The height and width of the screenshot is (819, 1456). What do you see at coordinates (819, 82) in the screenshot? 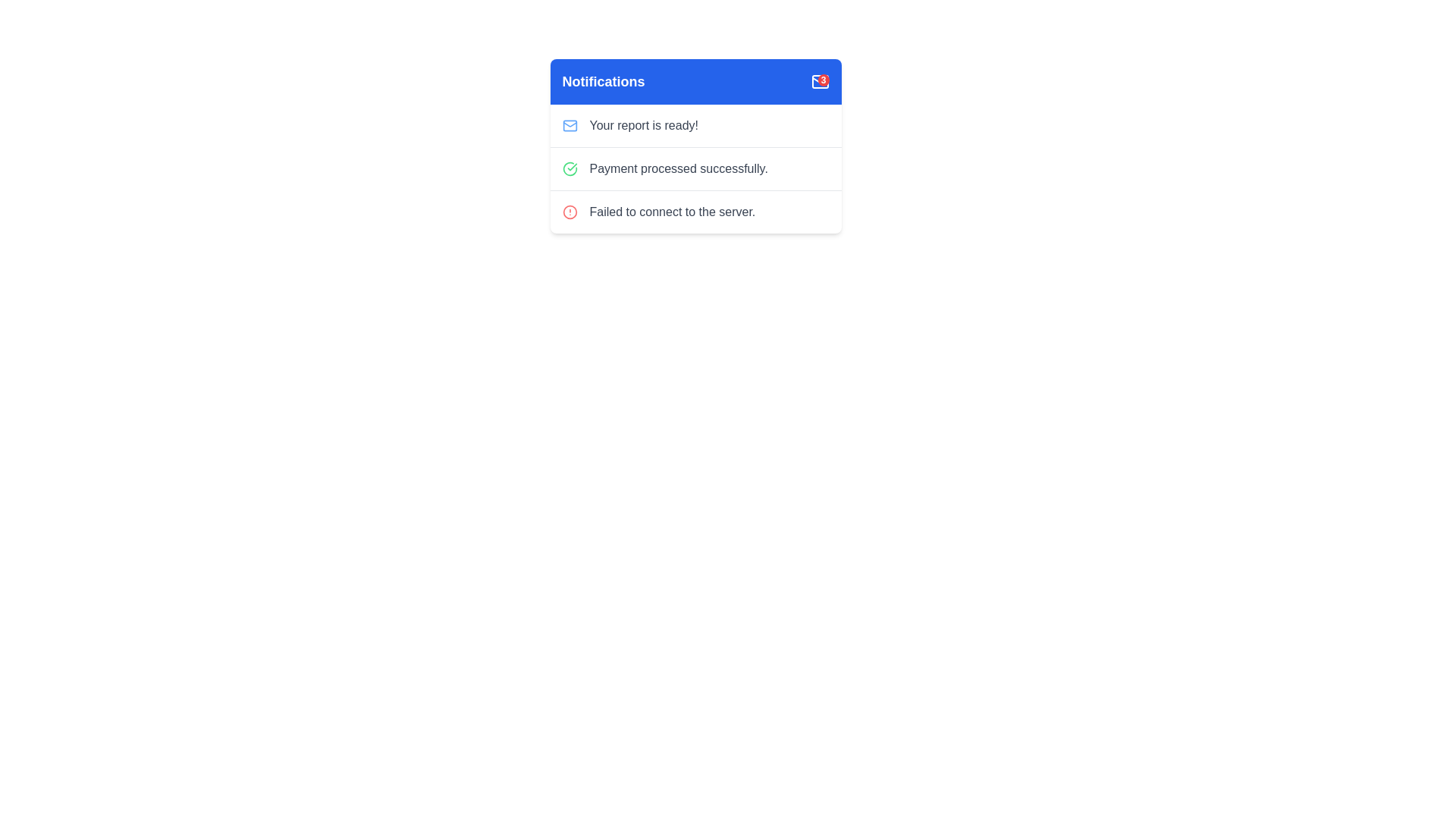
I see `the notification count displayed on the red circular badge with the numeral '3' inside, located at the top-right corner of the blue envelope icon in the Notifications area` at bounding box center [819, 82].